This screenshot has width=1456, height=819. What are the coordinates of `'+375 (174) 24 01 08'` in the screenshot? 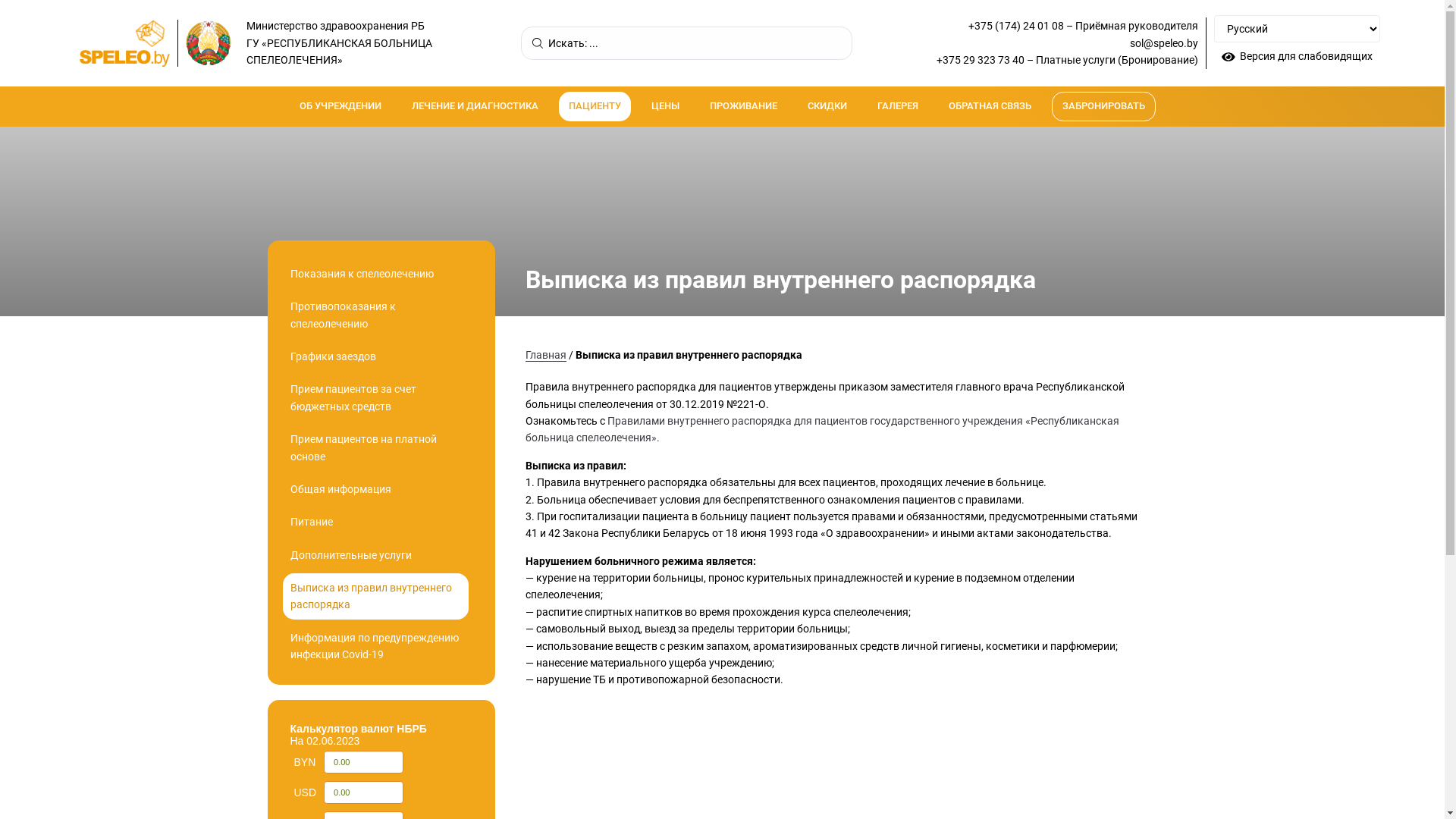 It's located at (1015, 26).